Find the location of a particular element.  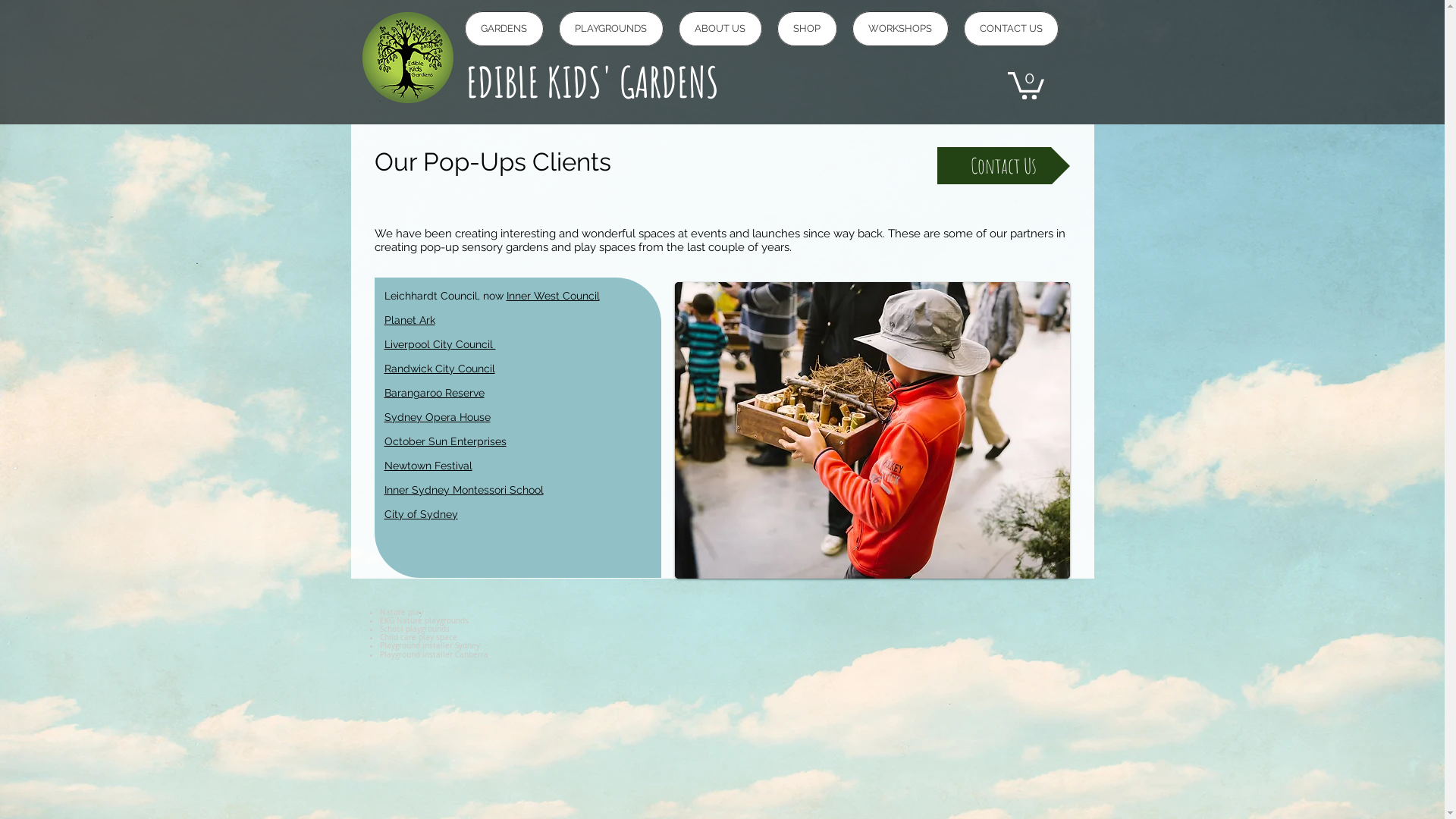

'Sydney Opera House' is located at coordinates (436, 417).